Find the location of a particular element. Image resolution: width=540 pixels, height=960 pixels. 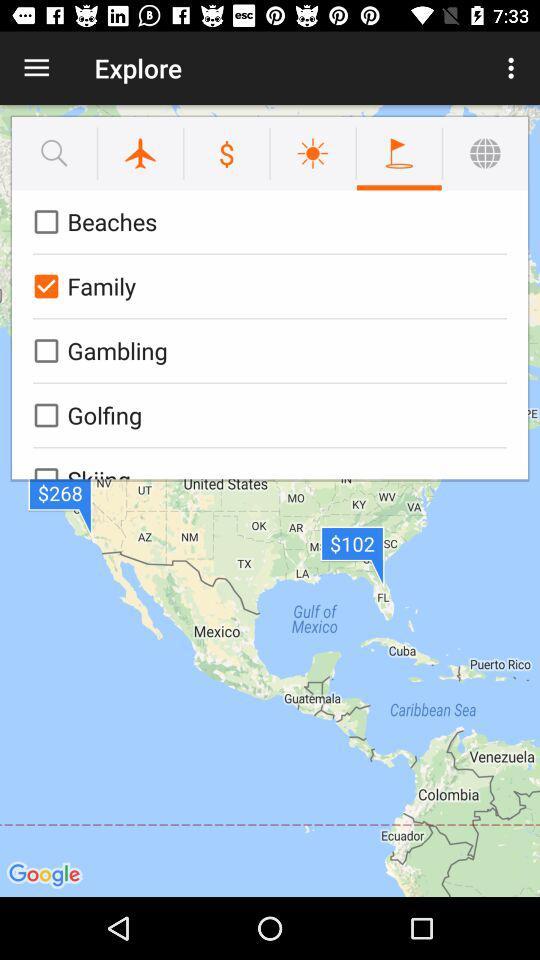

item to the right of explore item is located at coordinates (513, 68).